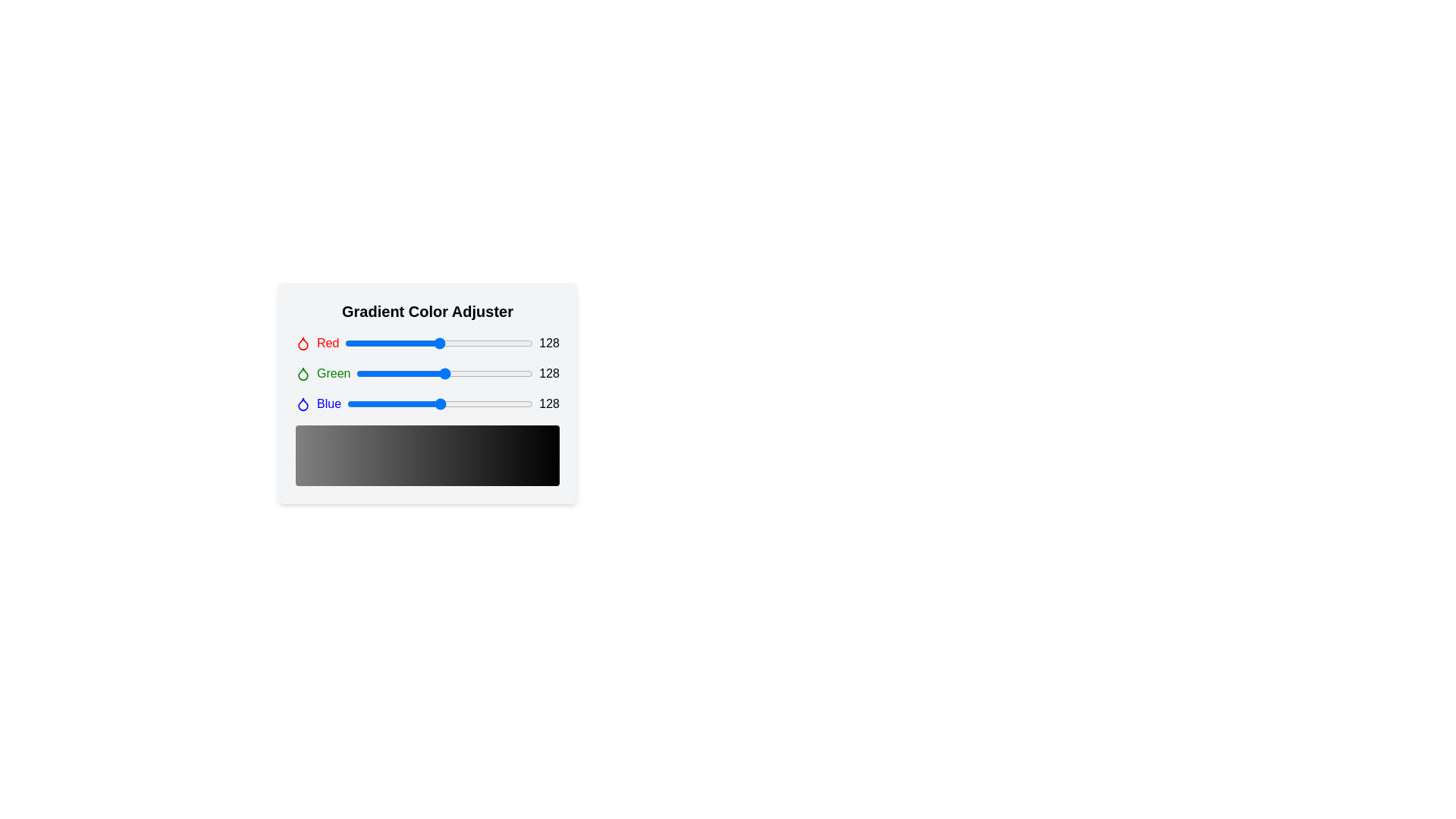 This screenshot has width=1456, height=819. I want to click on the blue color slider to 197, so click(491, 403).